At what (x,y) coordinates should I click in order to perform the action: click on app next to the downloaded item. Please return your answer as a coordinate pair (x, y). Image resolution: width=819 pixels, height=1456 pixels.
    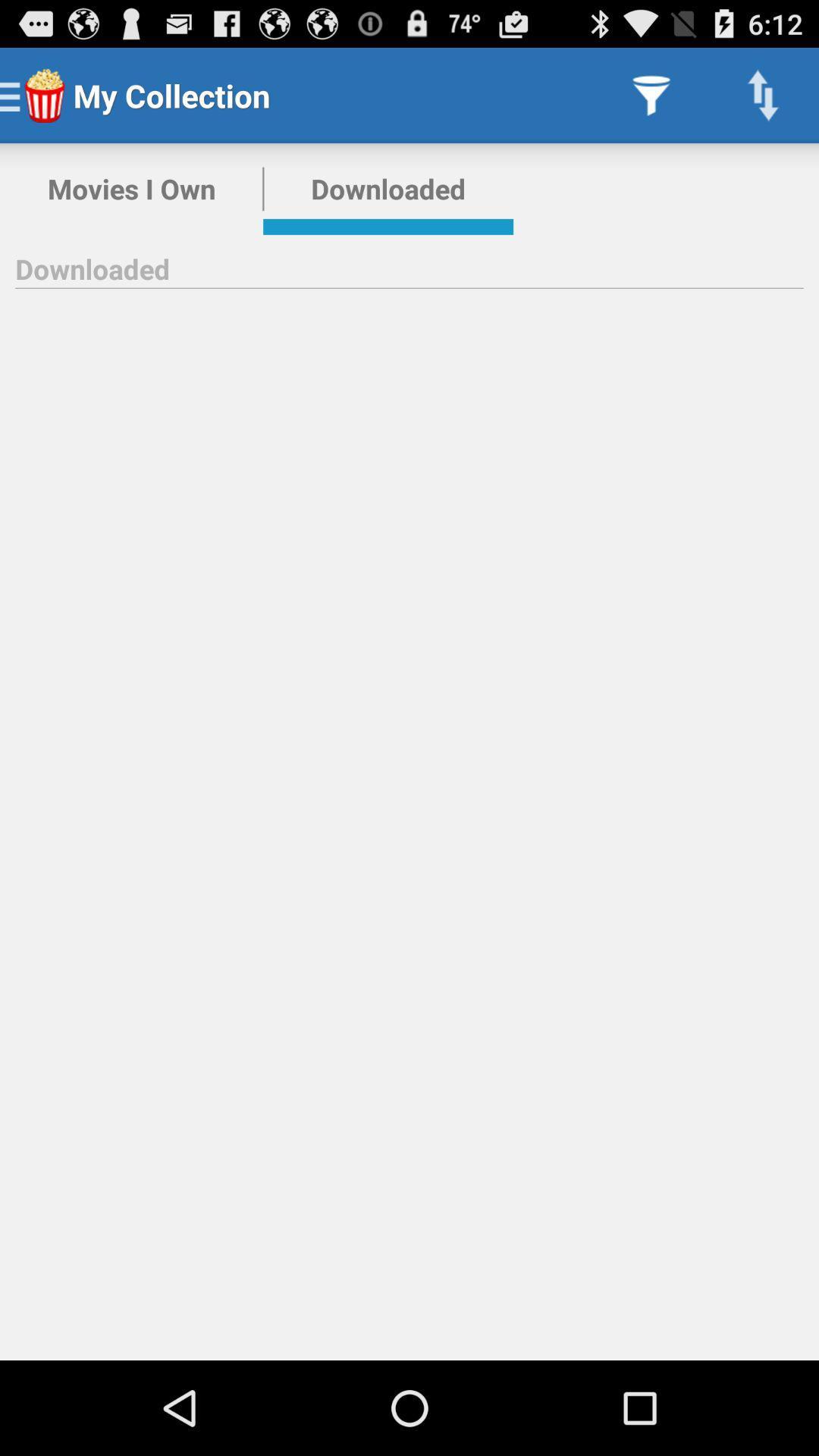
    Looking at the image, I should click on (651, 94).